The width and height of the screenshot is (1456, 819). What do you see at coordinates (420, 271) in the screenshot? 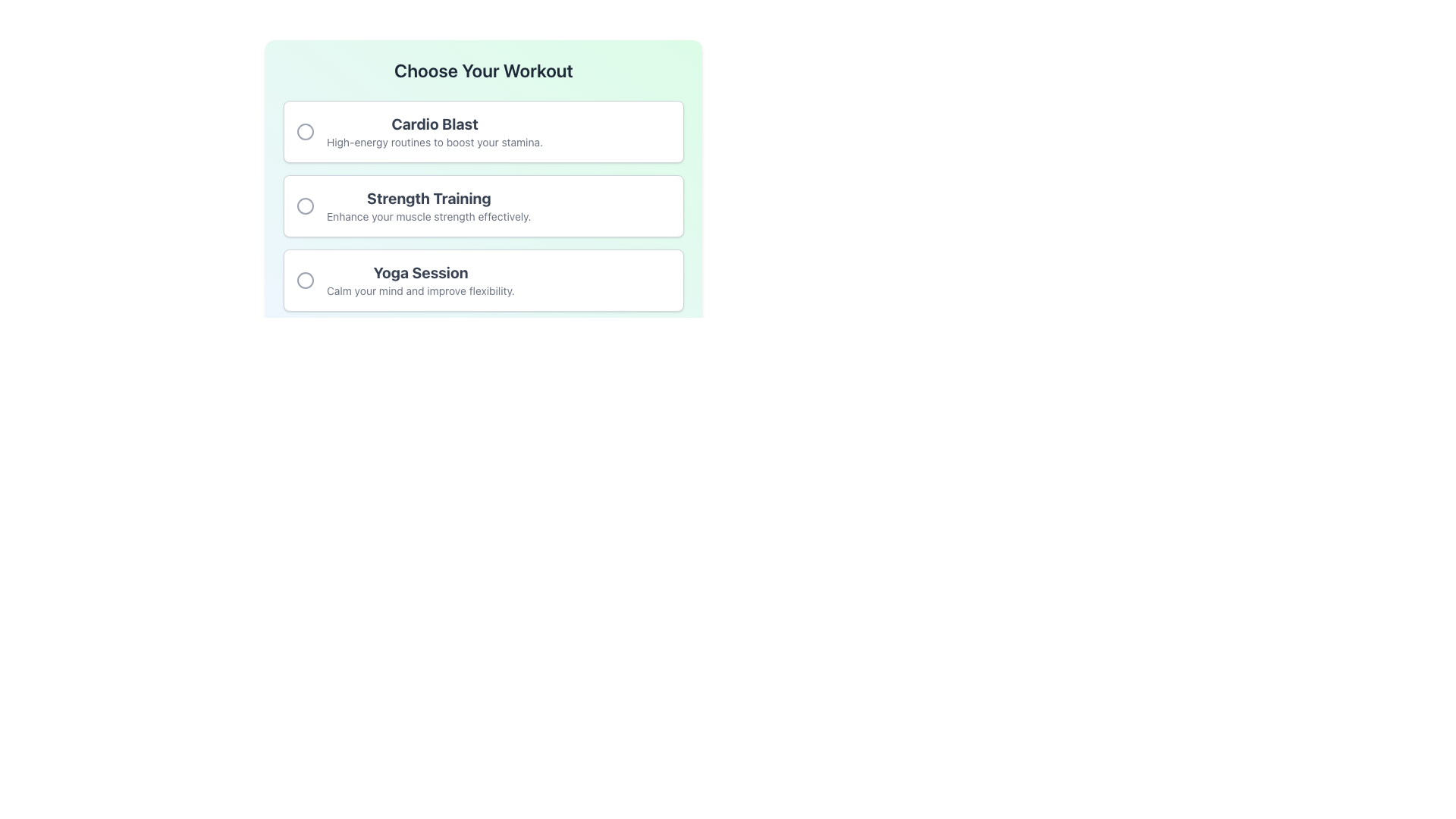
I see `the bold title of the third workout option labeled 'Yoga' which is positioned between 'Strength Training' and 'Calm your mind and improve flexibility'` at bounding box center [420, 271].